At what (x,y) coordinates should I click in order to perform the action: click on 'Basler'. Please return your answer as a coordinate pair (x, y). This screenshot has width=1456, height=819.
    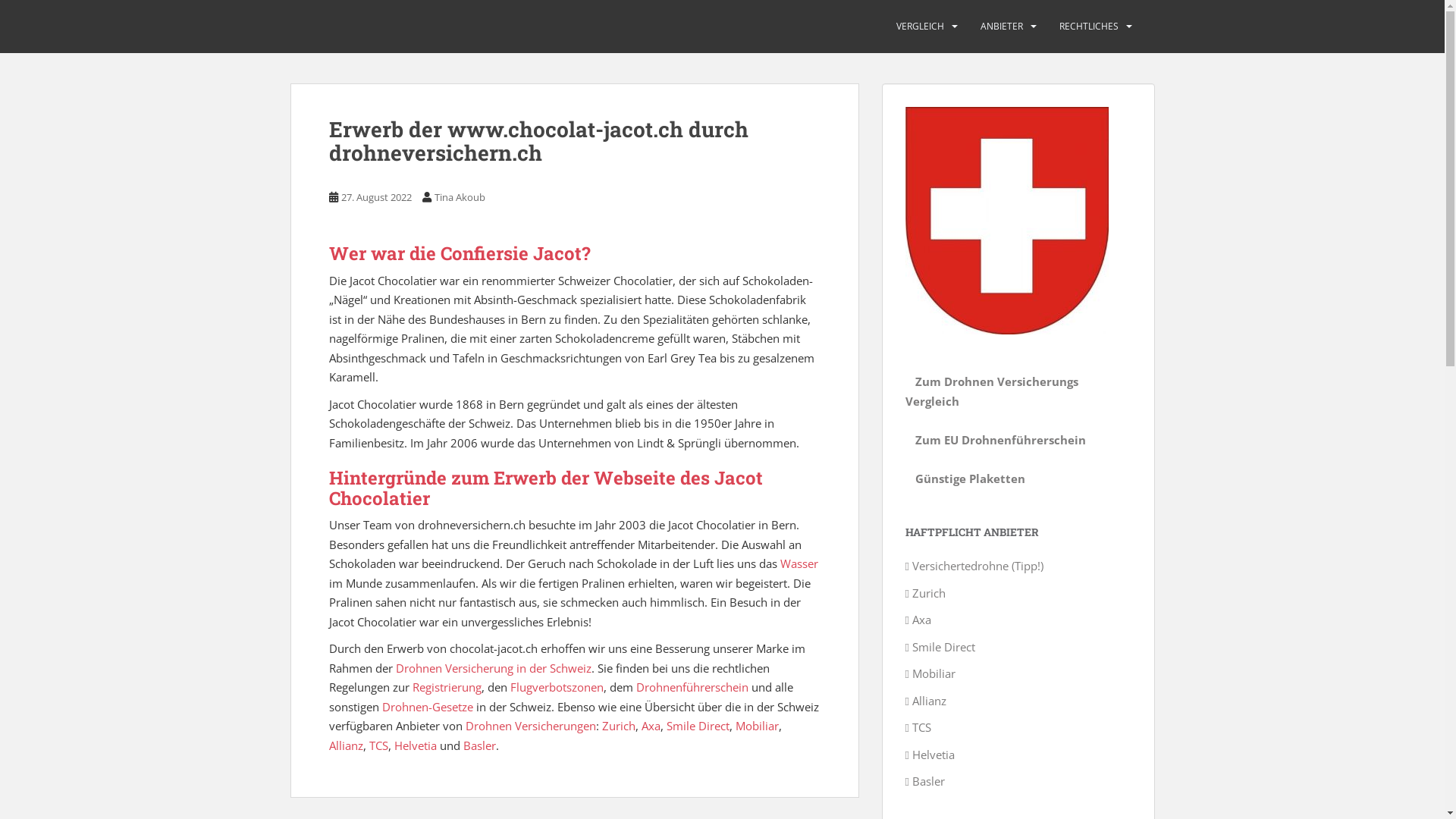
    Looking at the image, I should click on (478, 745).